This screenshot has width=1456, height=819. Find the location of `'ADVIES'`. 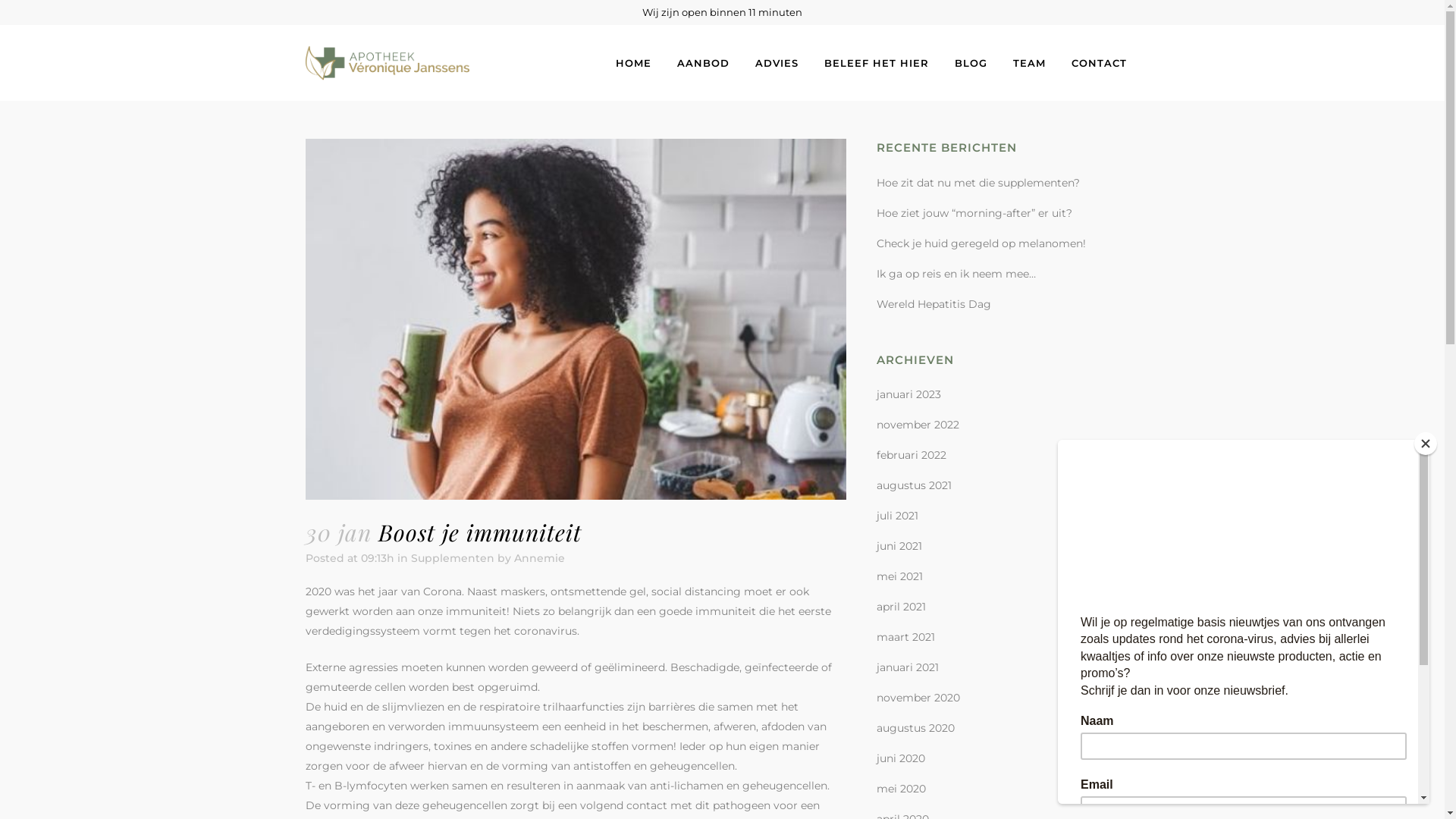

'ADVIES' is located at coordinates (776, 62).